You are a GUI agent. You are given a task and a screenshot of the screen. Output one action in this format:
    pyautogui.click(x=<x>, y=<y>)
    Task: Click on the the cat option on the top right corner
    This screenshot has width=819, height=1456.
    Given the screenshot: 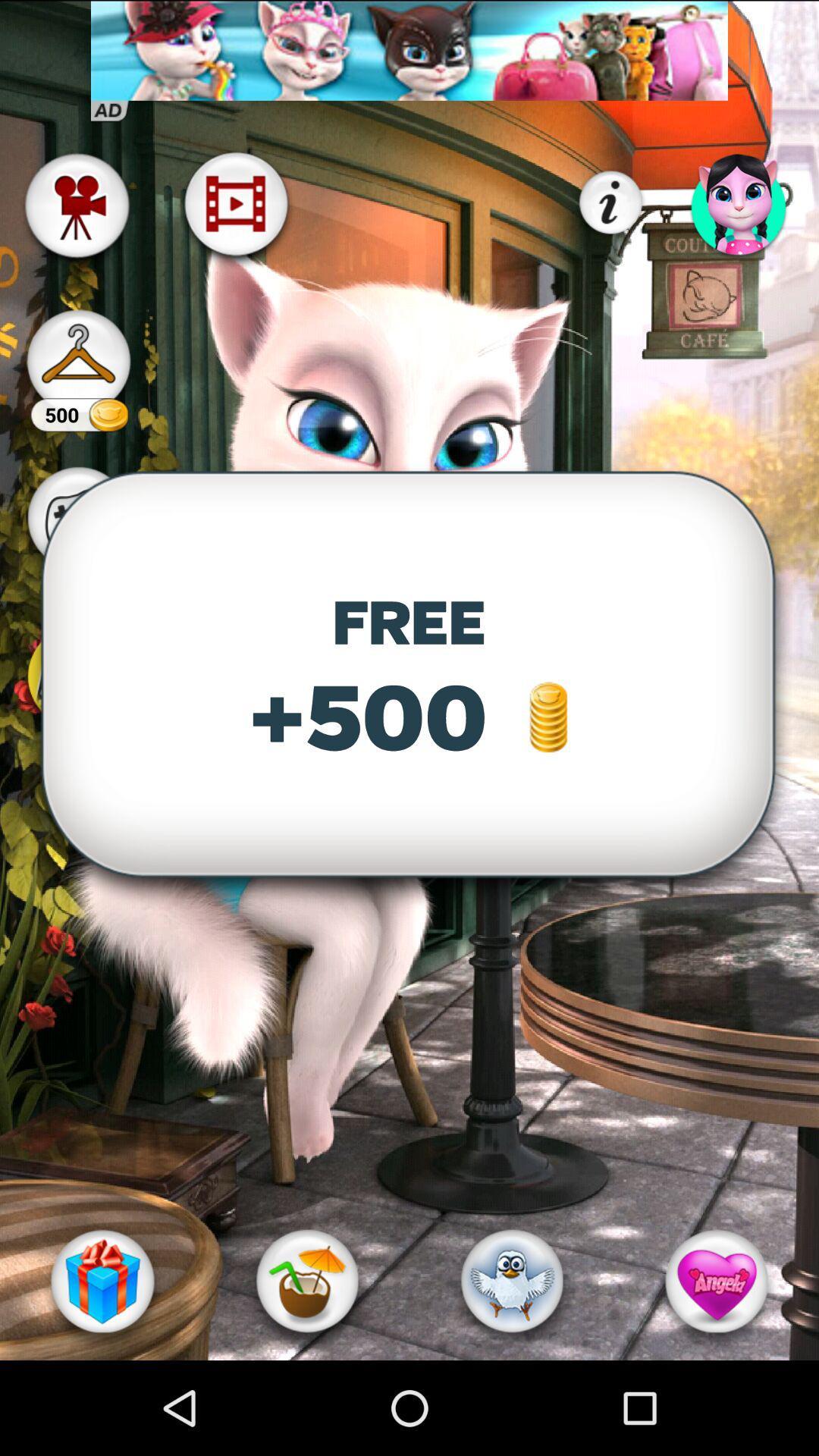 What is the action you would take?
    pyautogui.click(x=739, y=202)
    